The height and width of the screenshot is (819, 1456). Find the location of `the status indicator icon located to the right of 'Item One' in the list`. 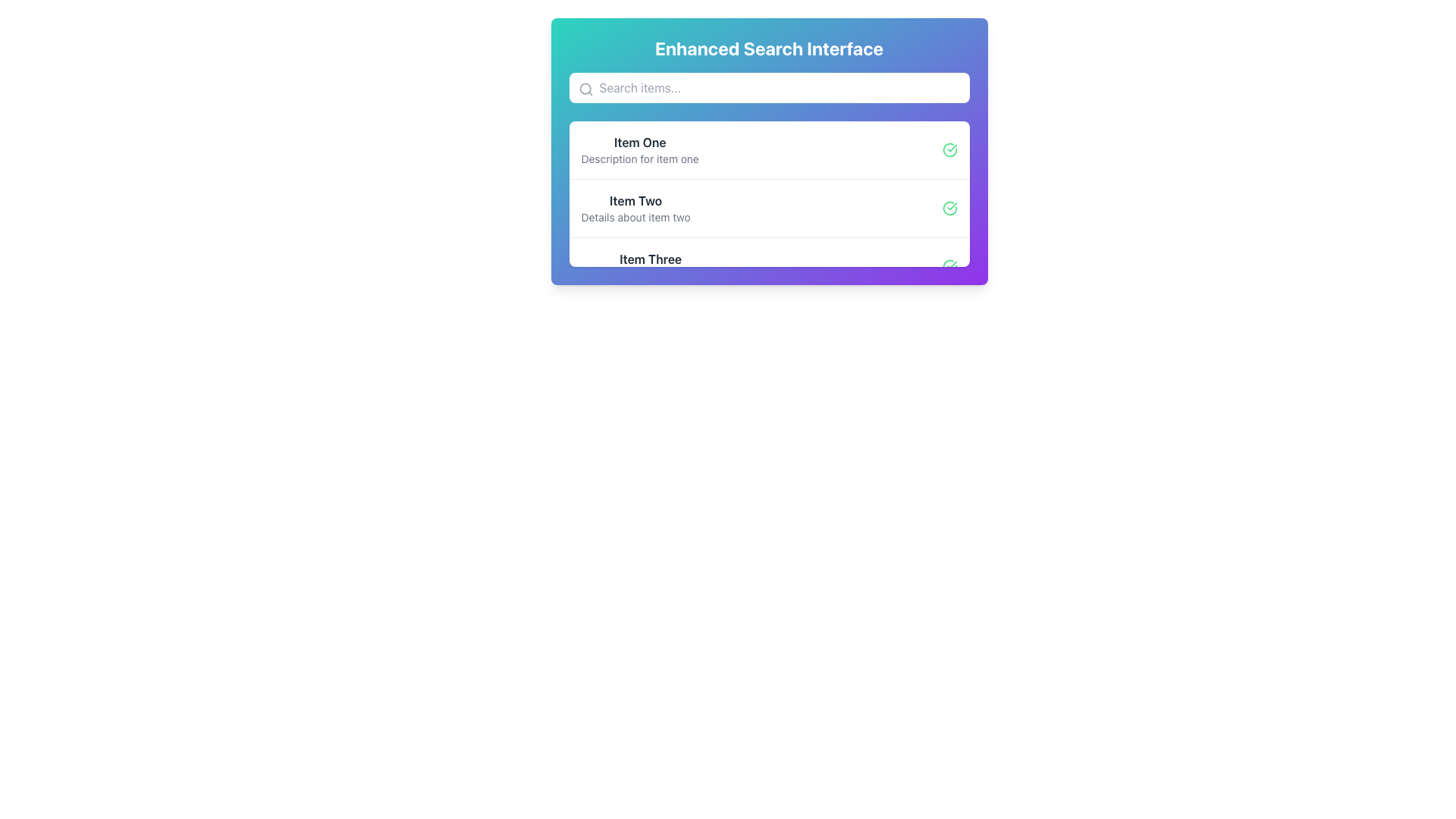

the status indicator icon located to the right of 'Item One' in the list is located at coordinates (949, 149).